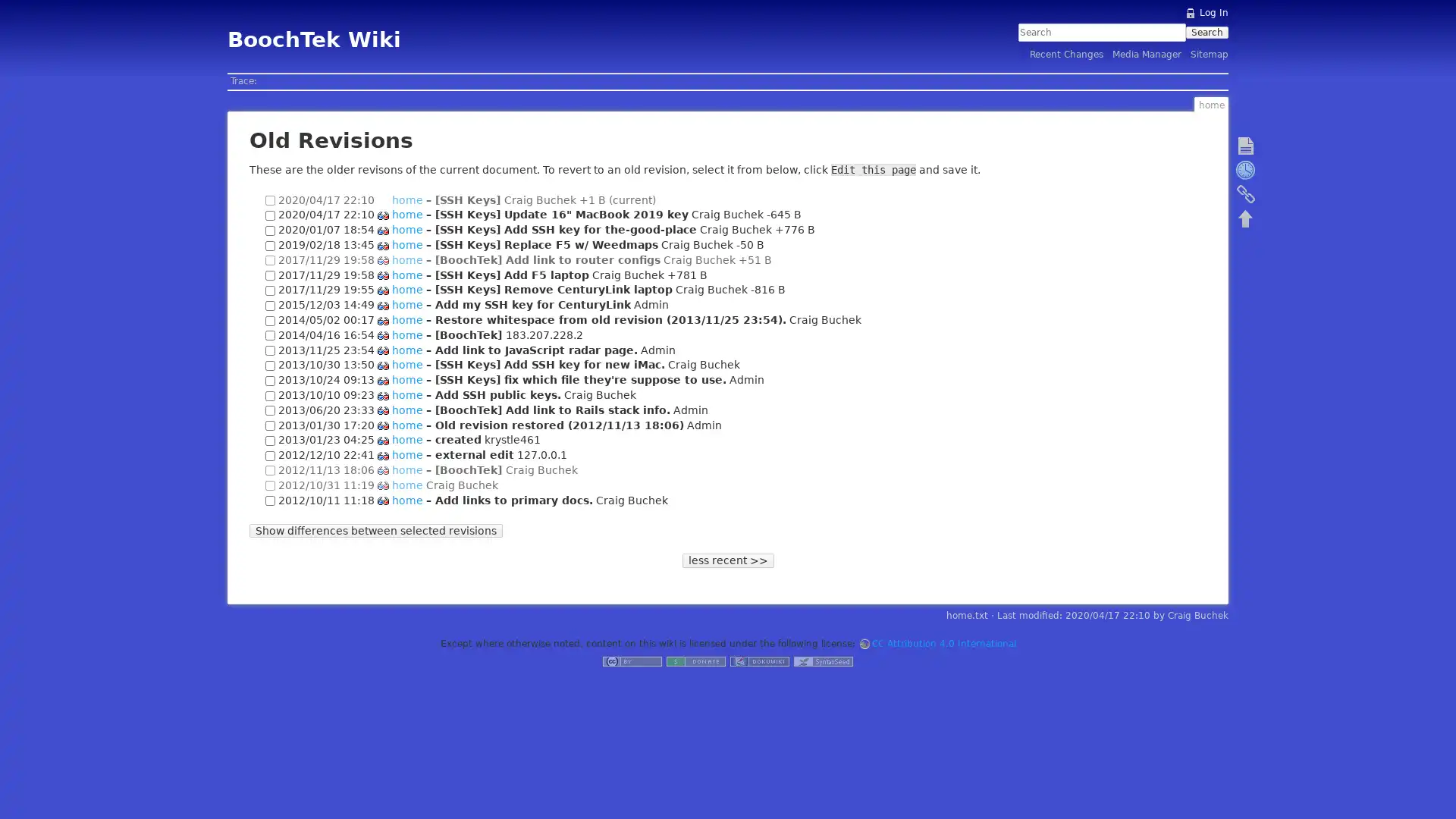 This screenshot has width=1456, height=819. Describe the element at coordinates (1206, 32) in the screenshot. I see `Search` at that location.